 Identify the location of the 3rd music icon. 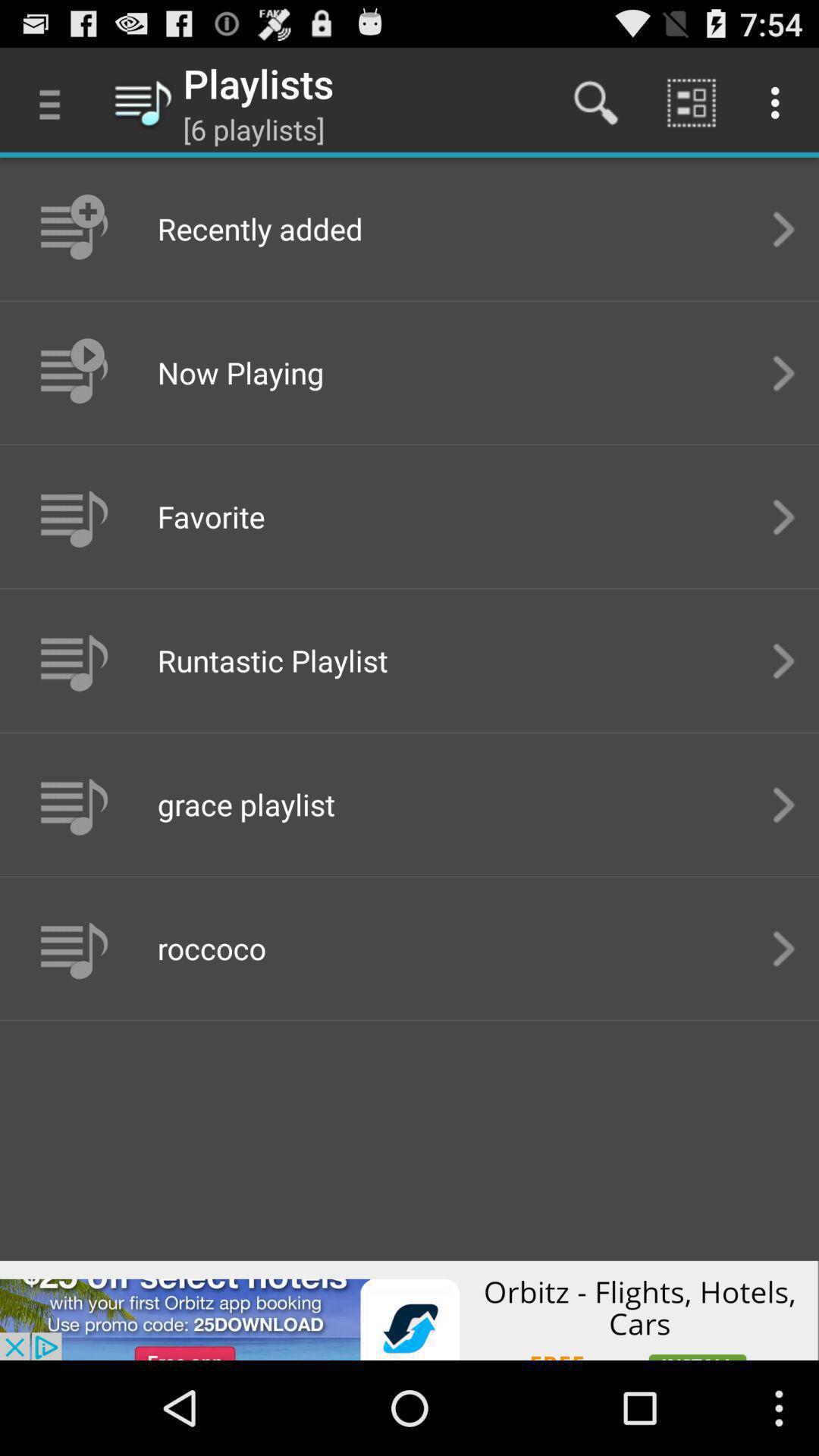
(72, 516).